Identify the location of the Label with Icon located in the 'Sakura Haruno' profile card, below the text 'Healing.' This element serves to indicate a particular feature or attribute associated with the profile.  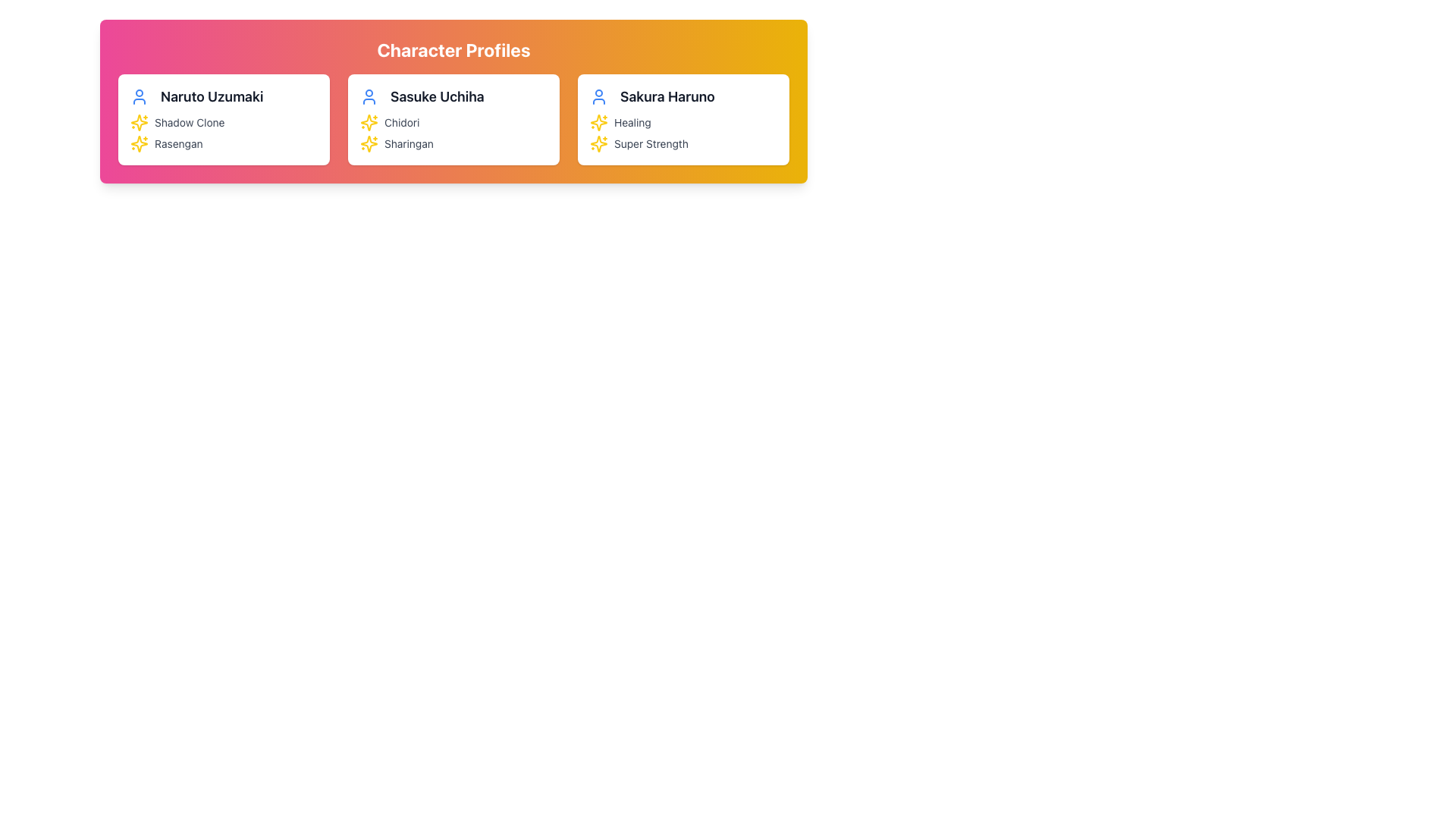
(682, 143).